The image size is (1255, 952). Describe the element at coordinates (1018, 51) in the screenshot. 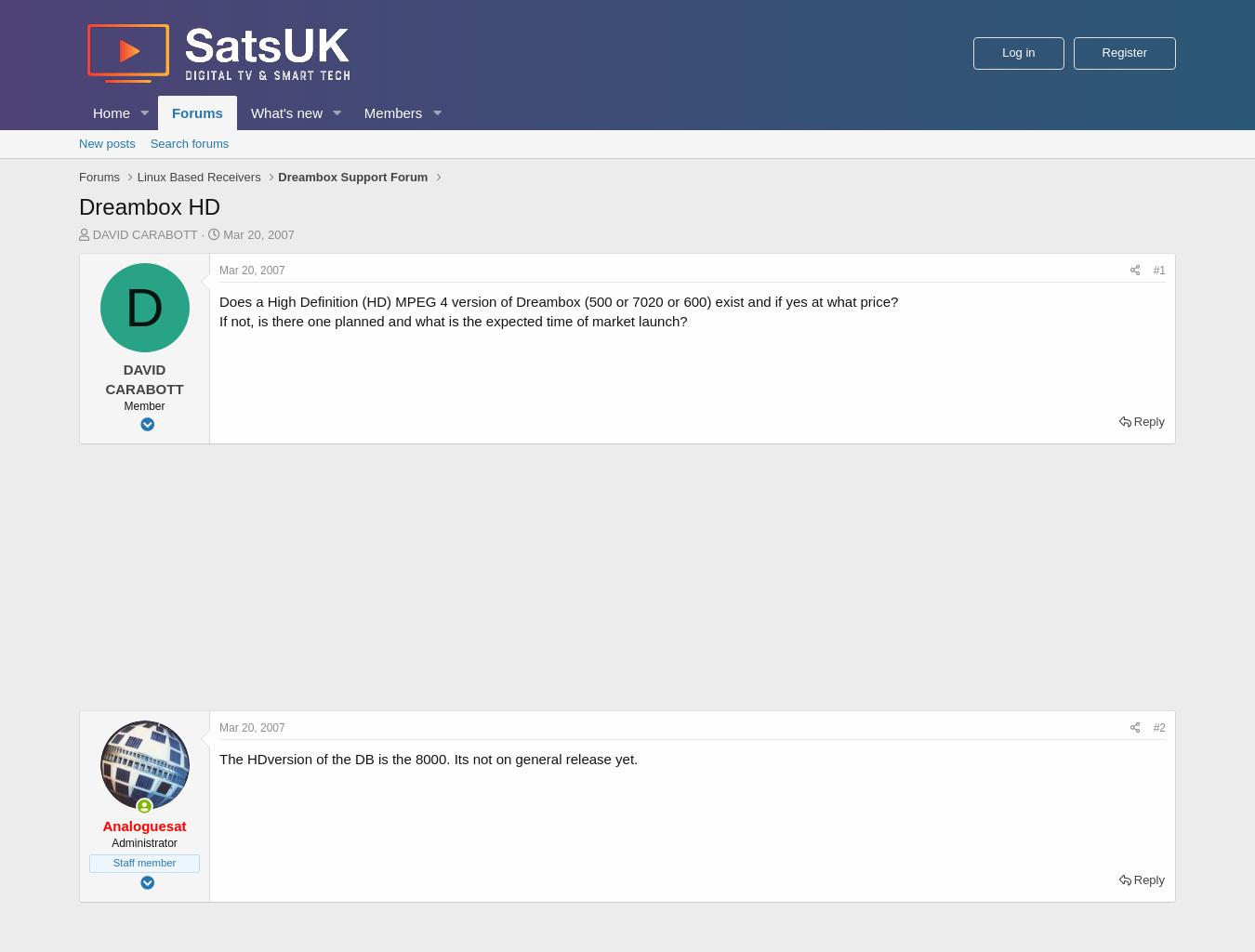

I see `'Log in'` at that location.